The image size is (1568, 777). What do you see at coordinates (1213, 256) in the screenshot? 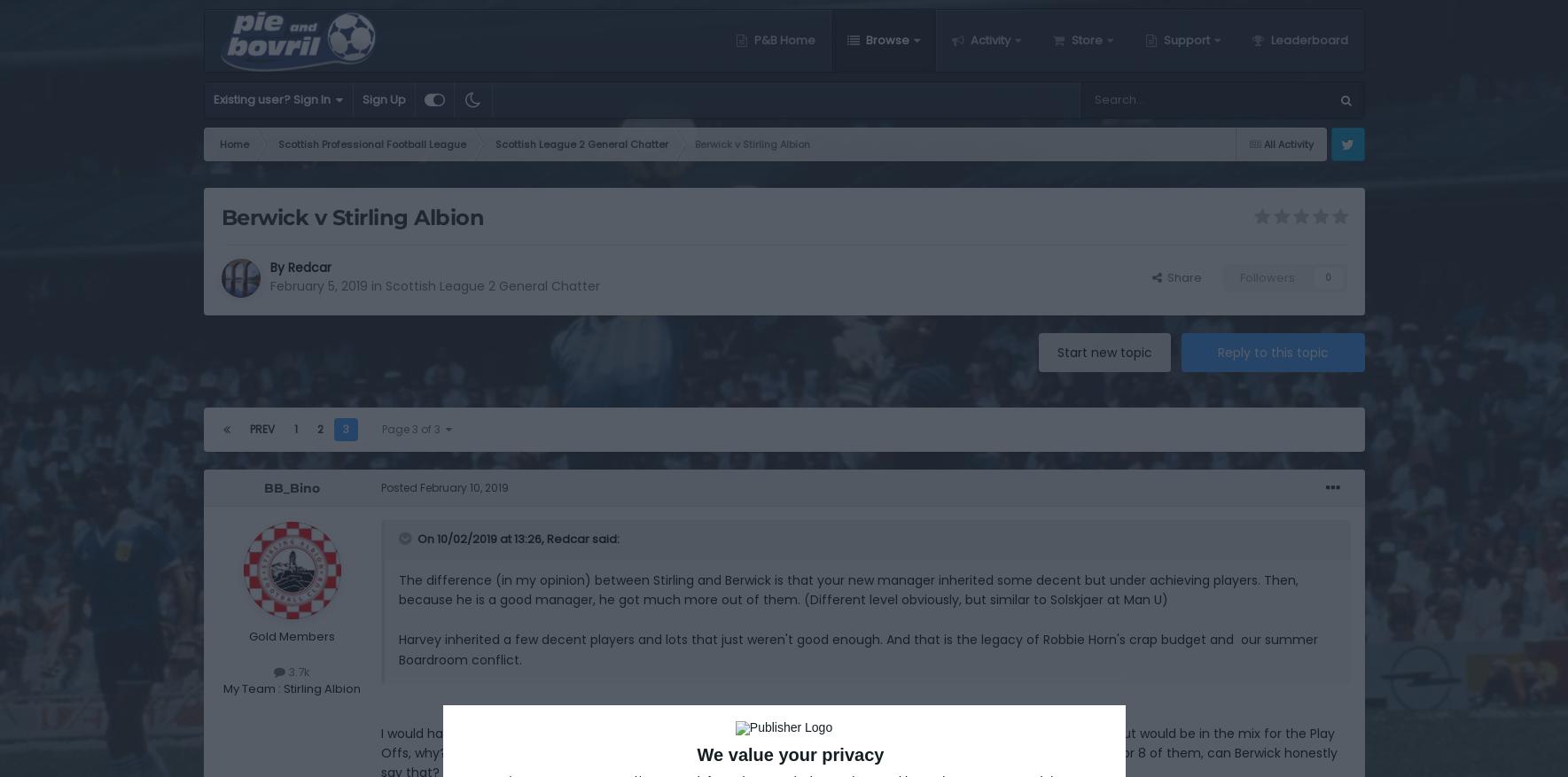
I see `'Topics'` at bounding box center [1213, 256].